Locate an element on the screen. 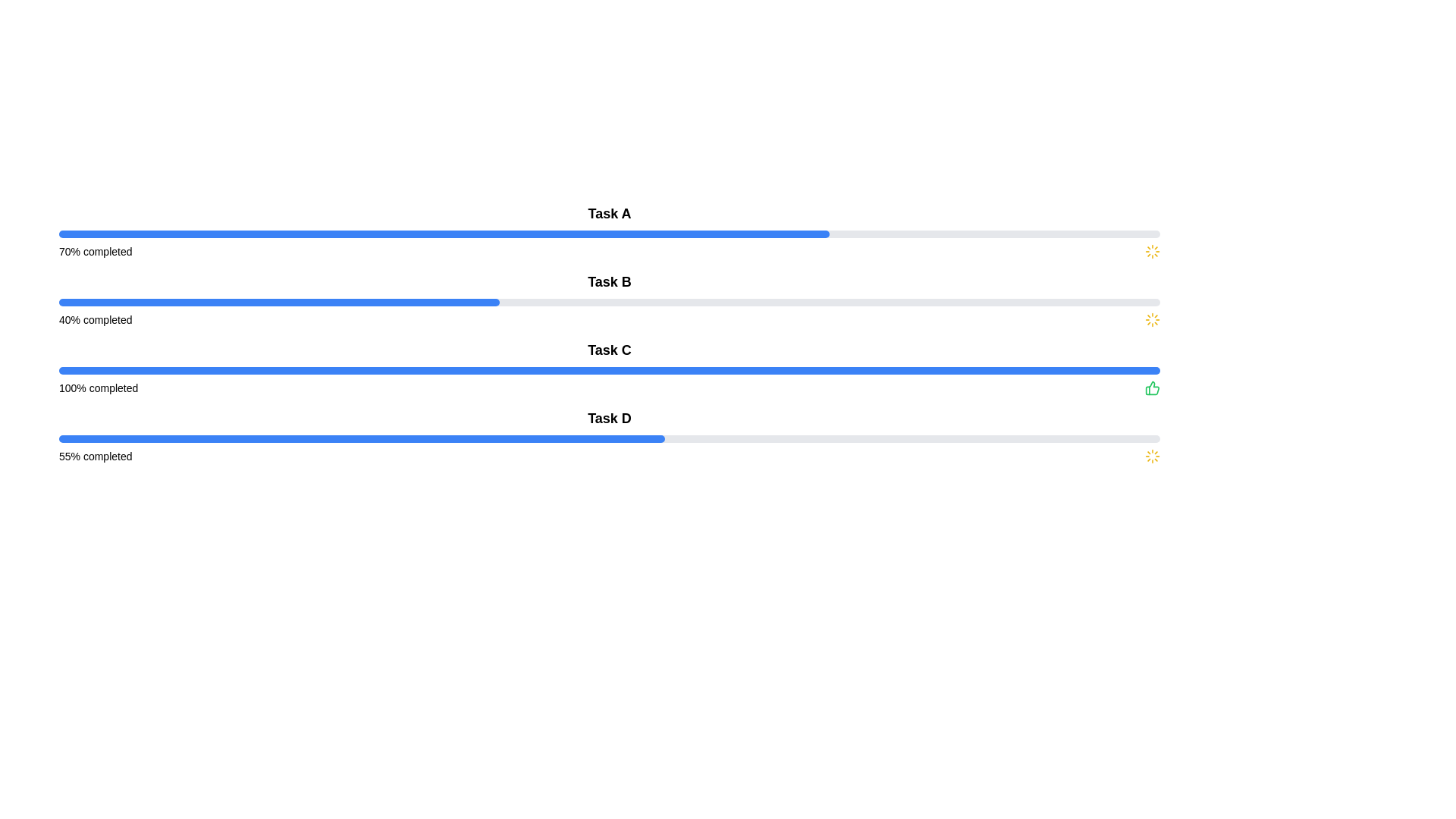  the progress bar indicating the completion of Task D, located below the text 'Task D' and above the label '55% completed' is located at coordinates (610, 438).